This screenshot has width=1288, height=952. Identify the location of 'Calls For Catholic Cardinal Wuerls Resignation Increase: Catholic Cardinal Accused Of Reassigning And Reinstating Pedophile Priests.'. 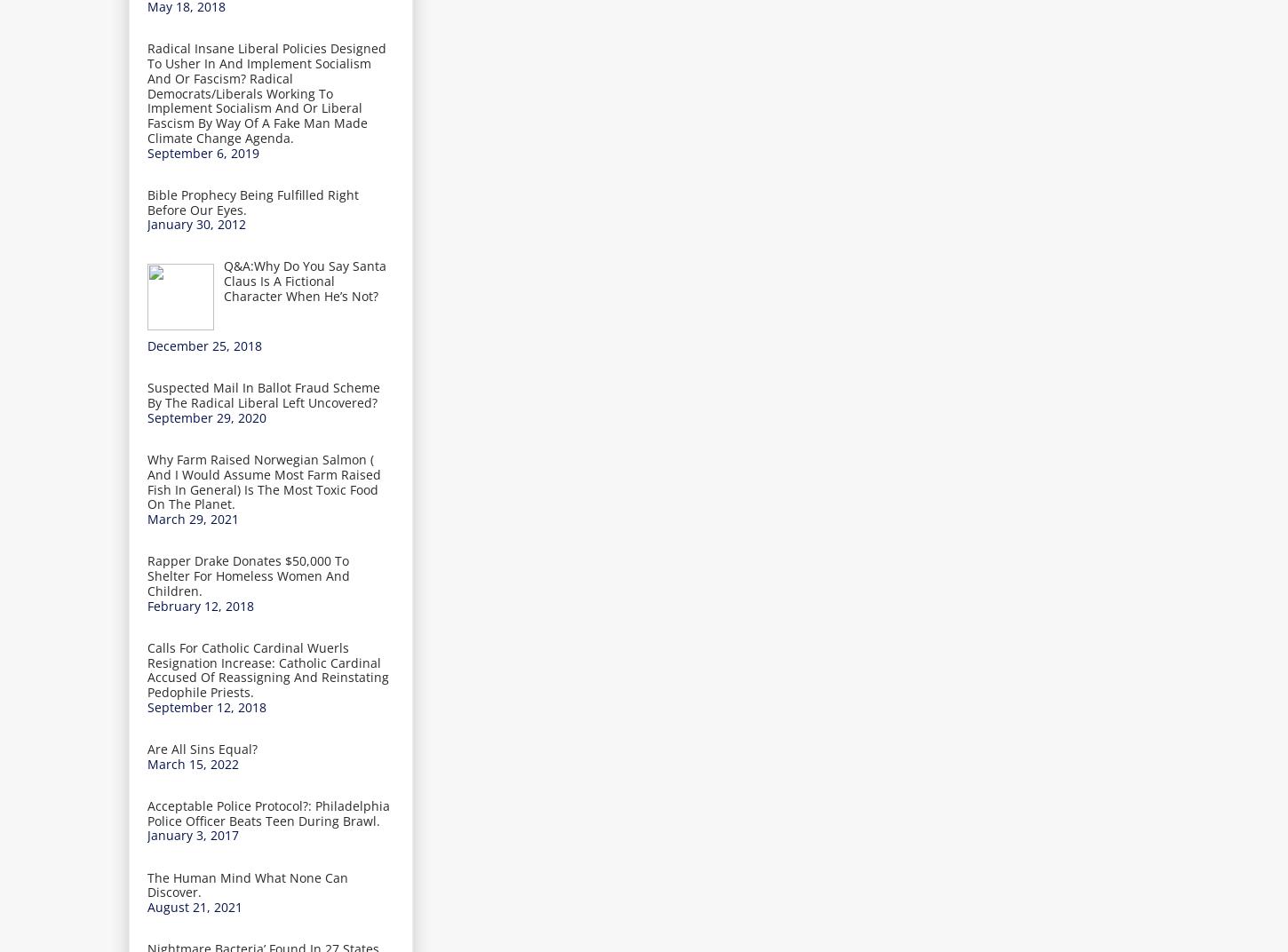
(147, 670).